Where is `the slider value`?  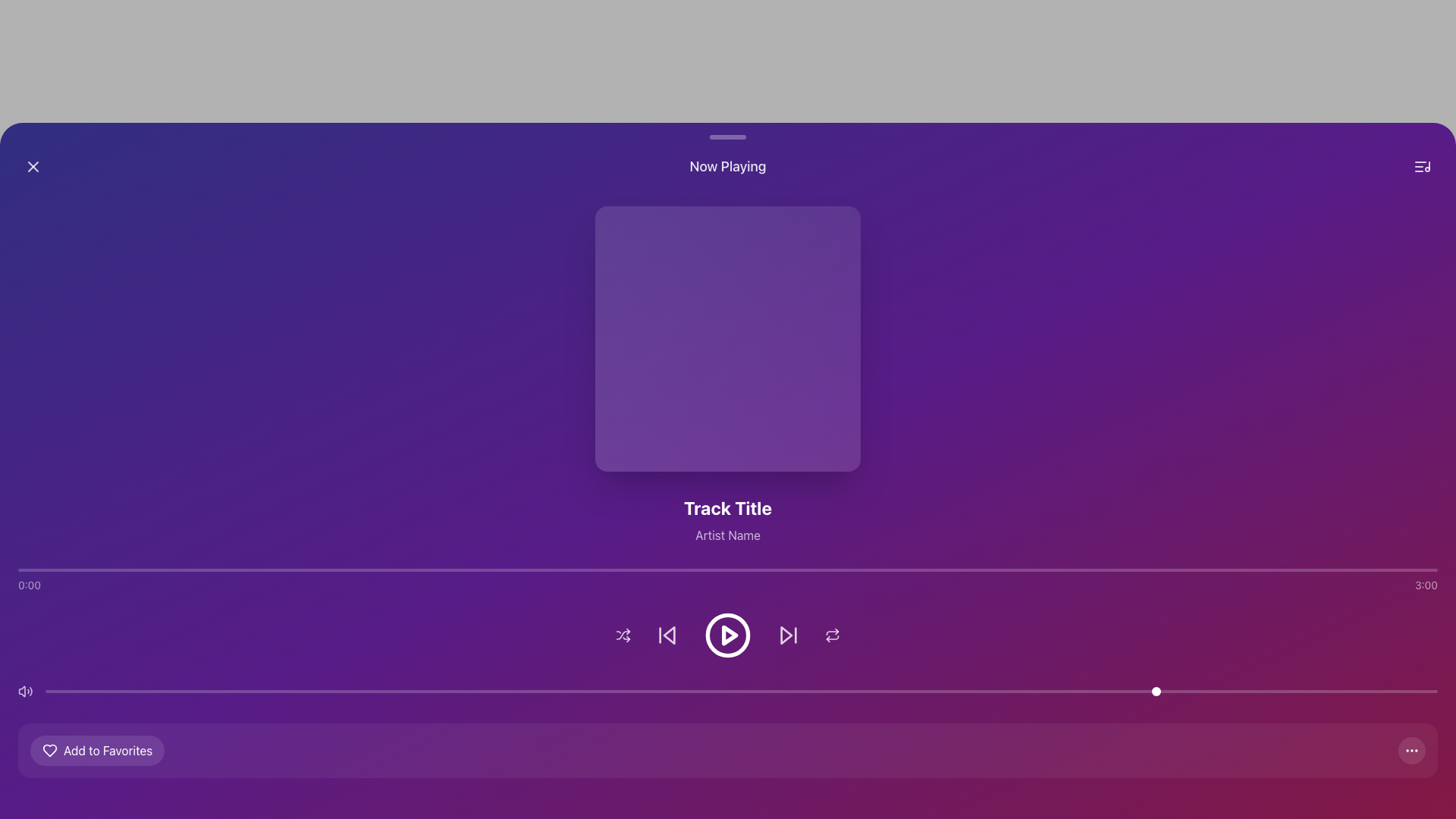
the slider value is located at coordinates (810, 691).